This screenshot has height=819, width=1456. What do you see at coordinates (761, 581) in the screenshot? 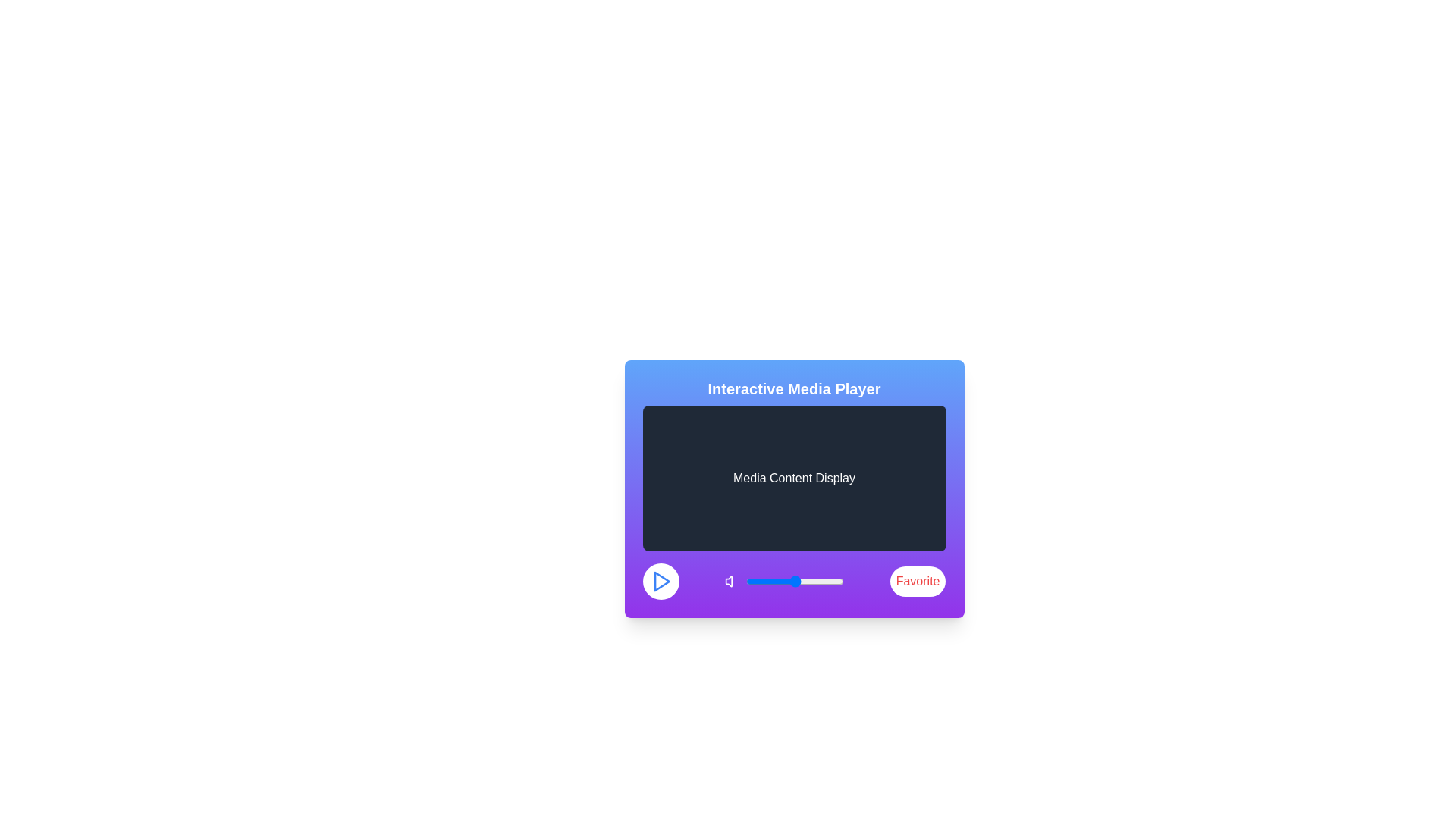
I see `the slider` at bounding box center [761, 581].